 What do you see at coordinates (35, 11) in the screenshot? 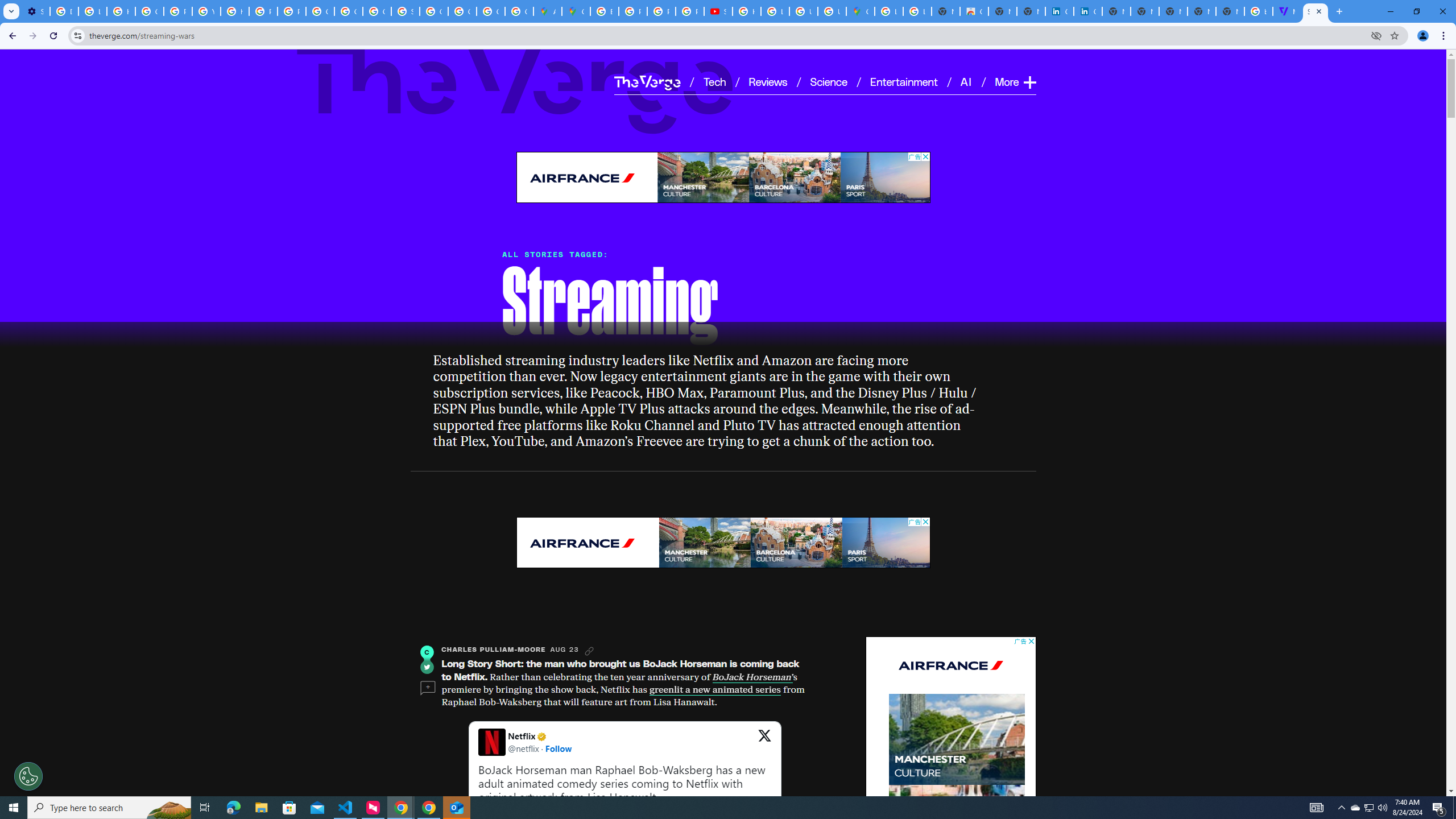
I see `'Settings - Customize profile'` at bounding box center [35, 11].